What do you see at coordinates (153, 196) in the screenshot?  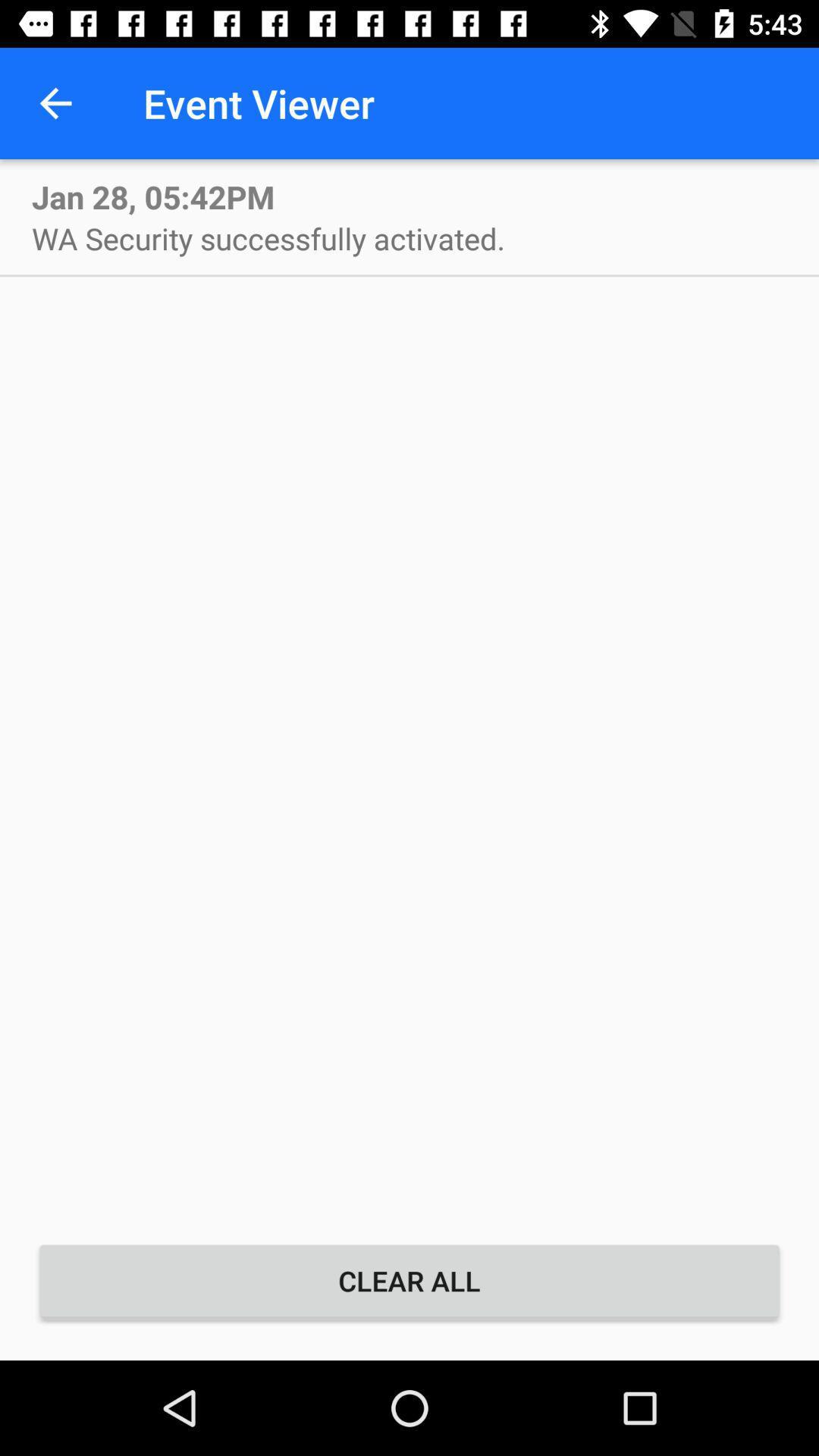 I see `jan 28 05 icon` at bounding box center [153, 196].